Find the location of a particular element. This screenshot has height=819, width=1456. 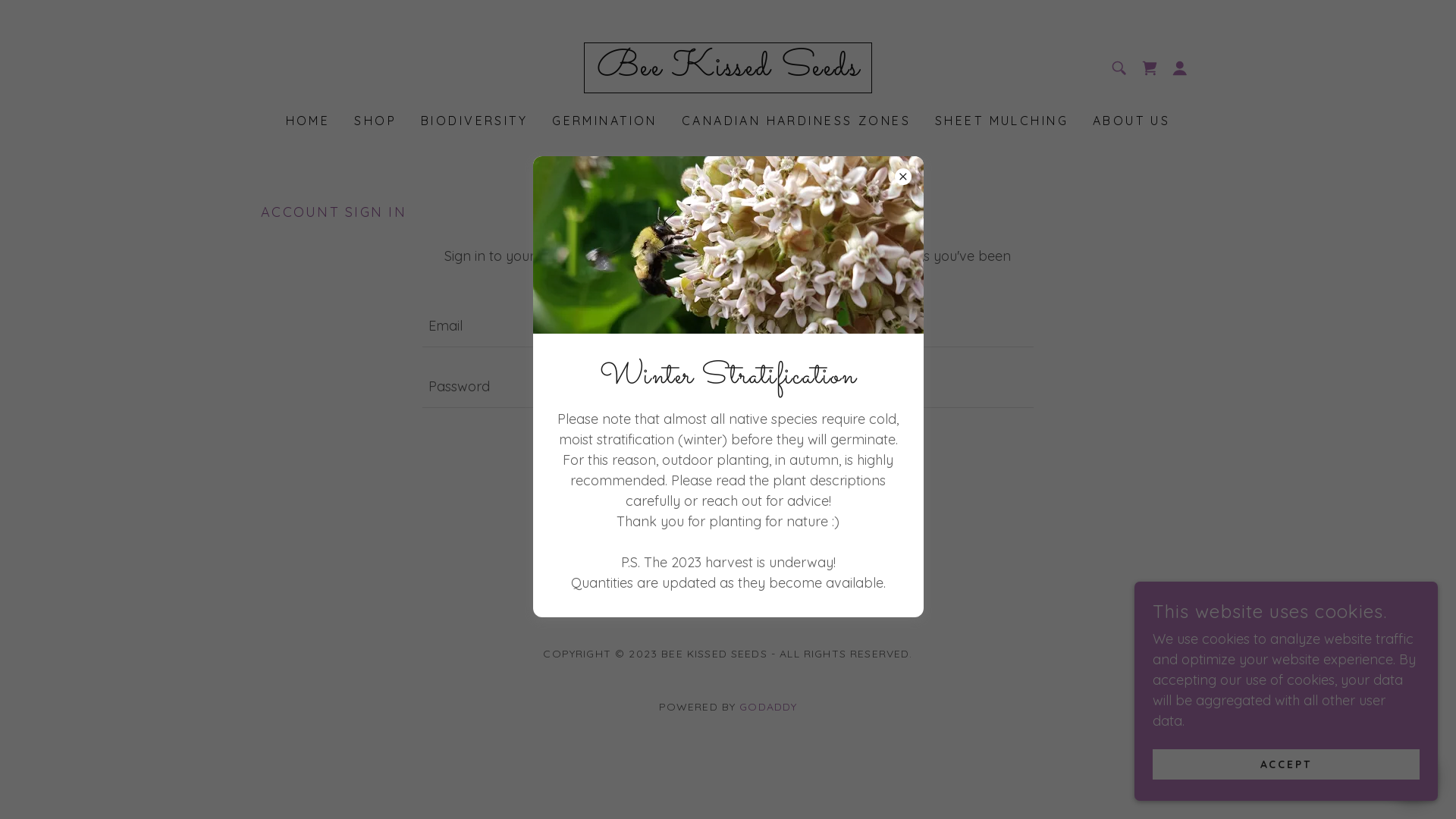

'ACCEPT' is located at coordinates (1285, 764).